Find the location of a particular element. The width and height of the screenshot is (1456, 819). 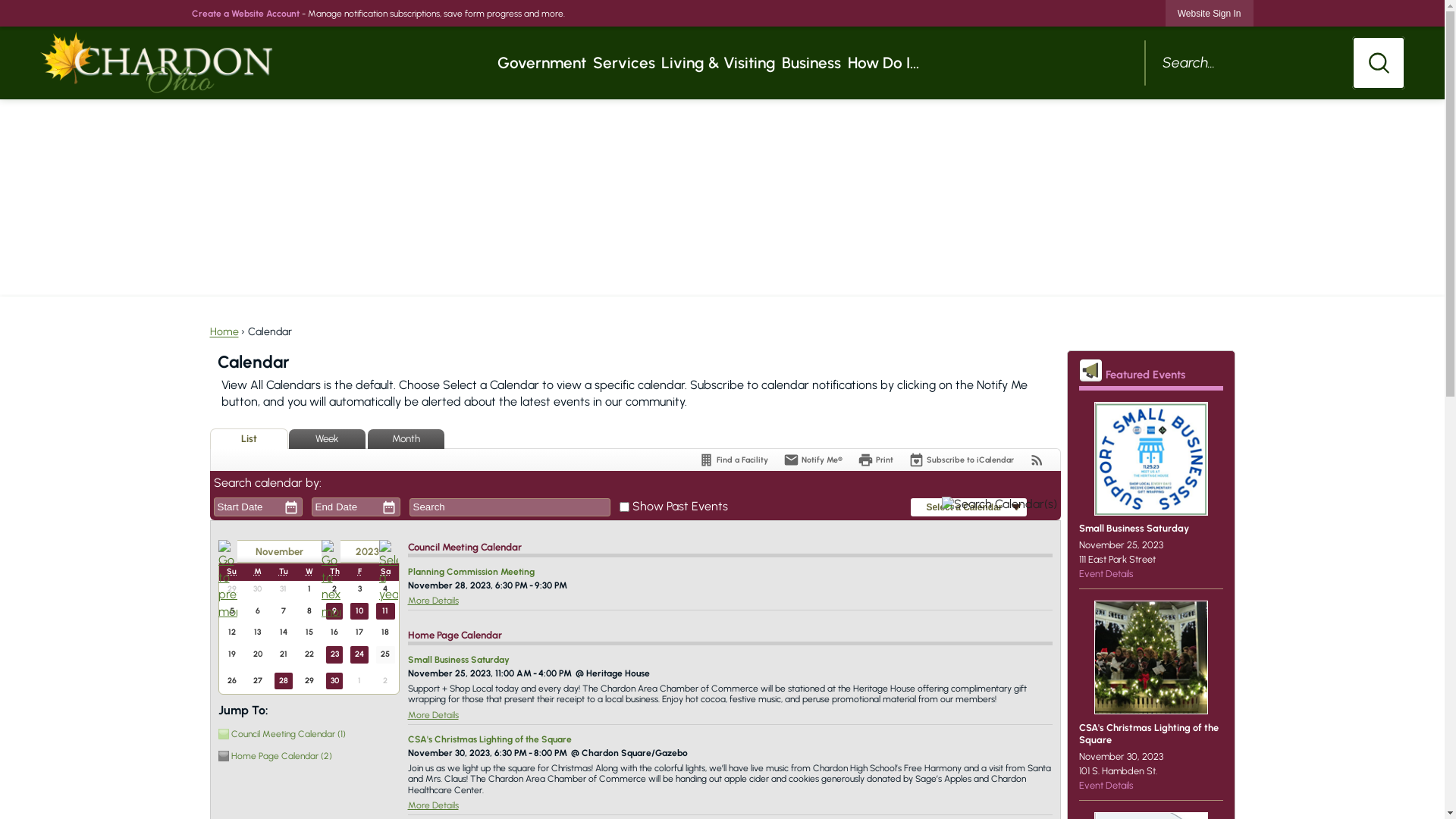

'Website Sign In' is located at coordinates (1164, 13).